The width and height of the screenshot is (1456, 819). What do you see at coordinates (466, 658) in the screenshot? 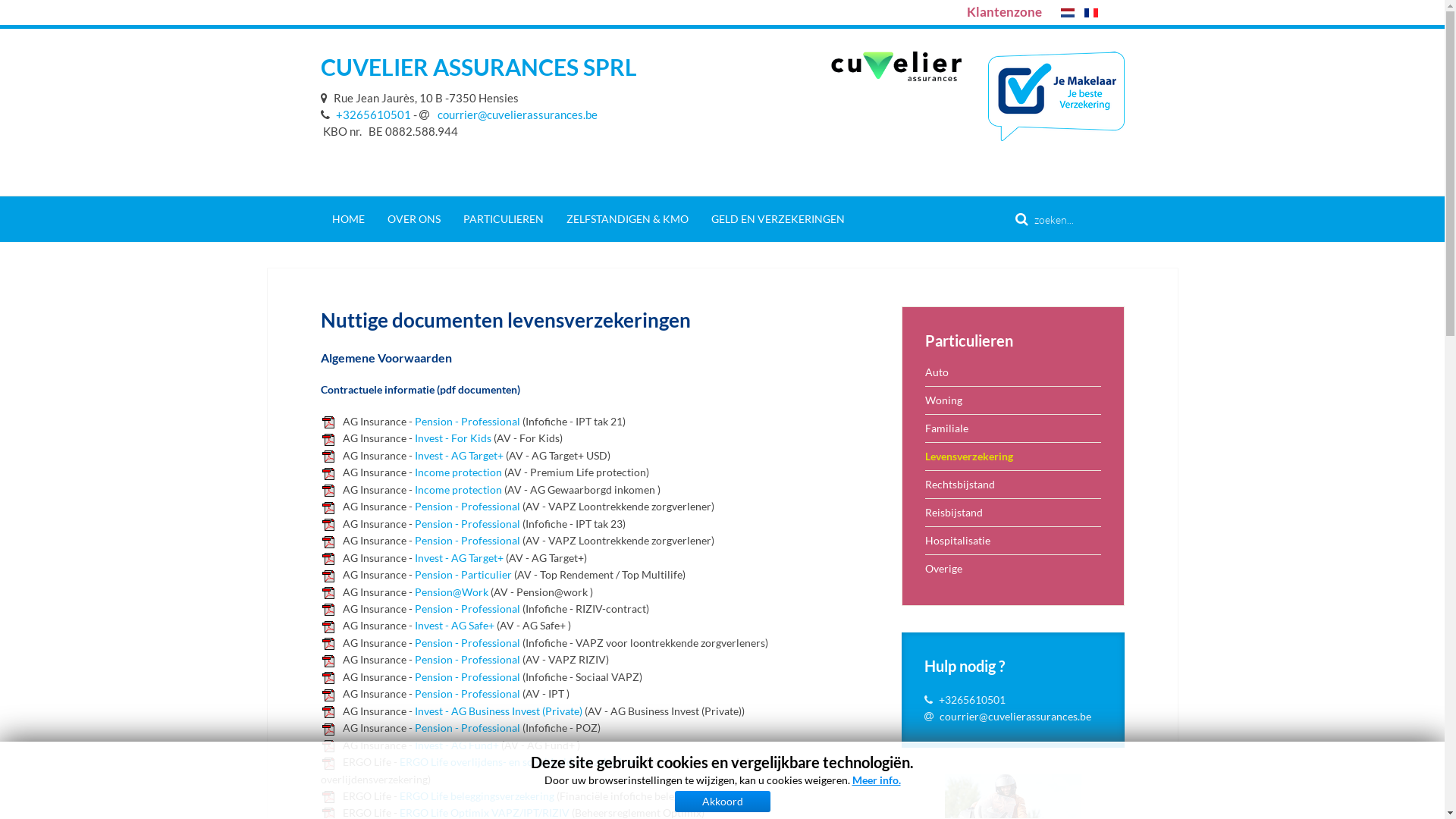
I see `'Pension - Professional'` at bounding box center [466, 658].